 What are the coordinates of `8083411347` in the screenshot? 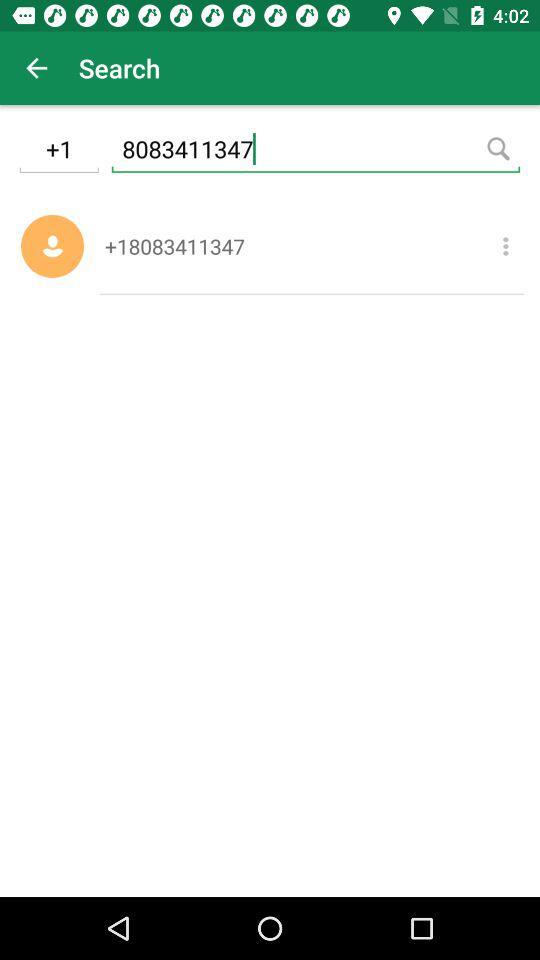 It's located at (315, 151).